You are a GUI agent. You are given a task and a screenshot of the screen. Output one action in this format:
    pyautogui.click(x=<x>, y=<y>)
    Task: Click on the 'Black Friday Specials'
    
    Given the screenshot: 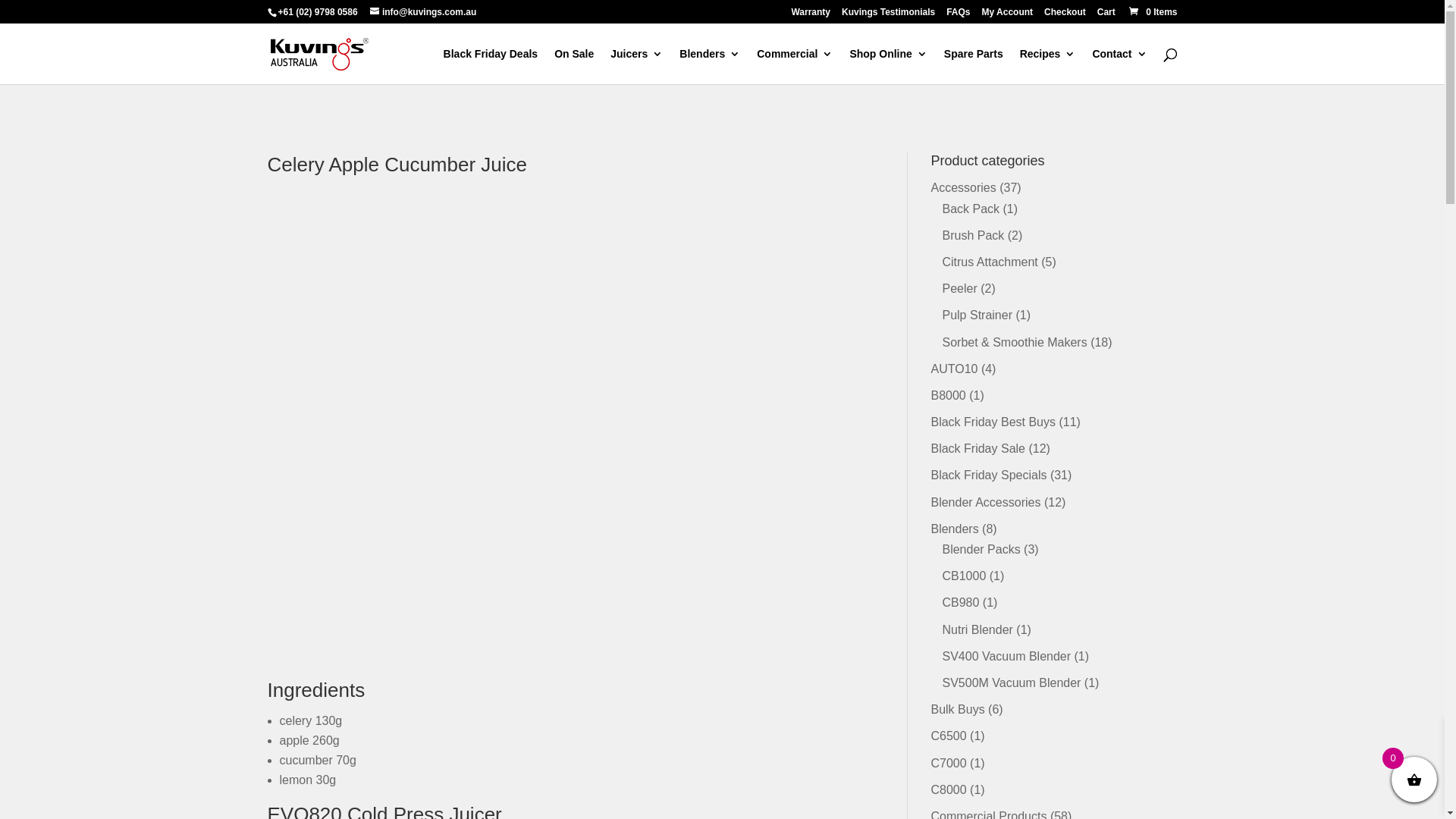 What is the action you would take?
    pyautogui.click(x=988, y=474)
    